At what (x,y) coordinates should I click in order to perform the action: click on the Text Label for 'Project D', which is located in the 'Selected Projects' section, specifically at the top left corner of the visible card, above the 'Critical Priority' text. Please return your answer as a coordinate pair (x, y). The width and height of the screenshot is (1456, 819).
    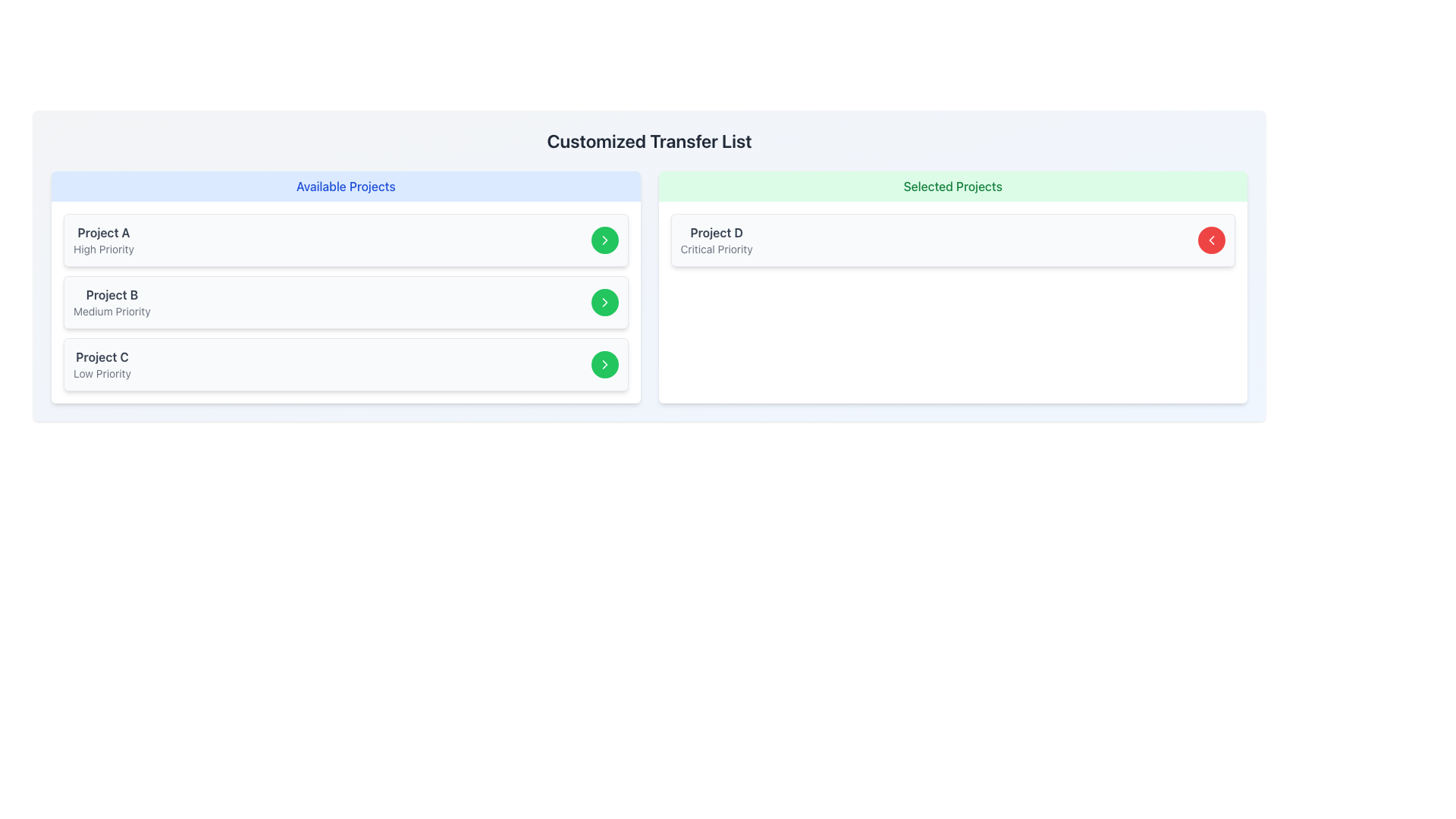
    Looking at the image, I should click on (716, 233).